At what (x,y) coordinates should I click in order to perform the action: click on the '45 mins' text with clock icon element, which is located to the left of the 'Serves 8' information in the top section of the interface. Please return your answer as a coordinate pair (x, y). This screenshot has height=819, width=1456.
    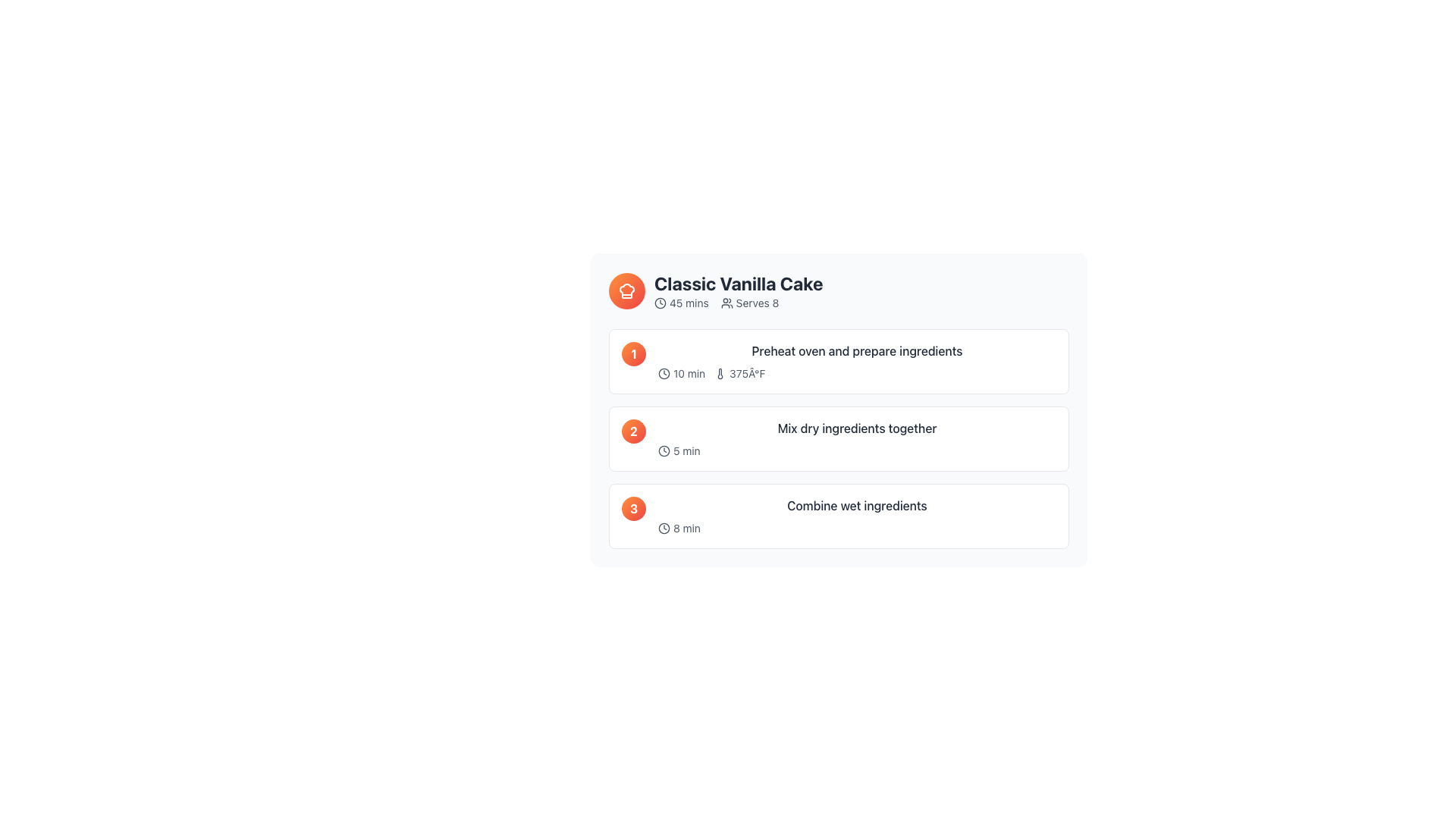
    Looking at the image, I should click on (680, 303).